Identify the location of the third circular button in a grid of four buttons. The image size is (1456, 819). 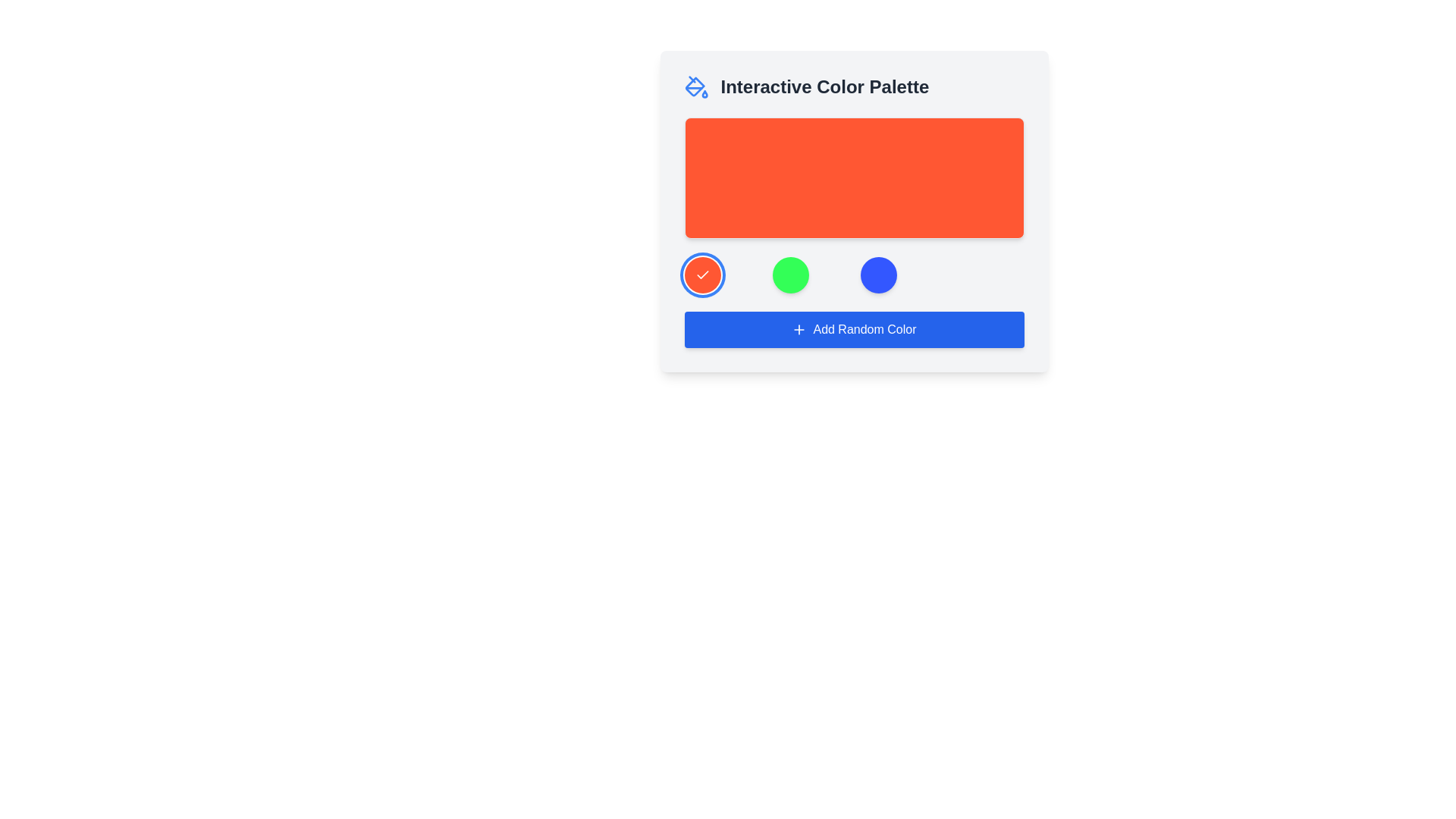
(878, 275).